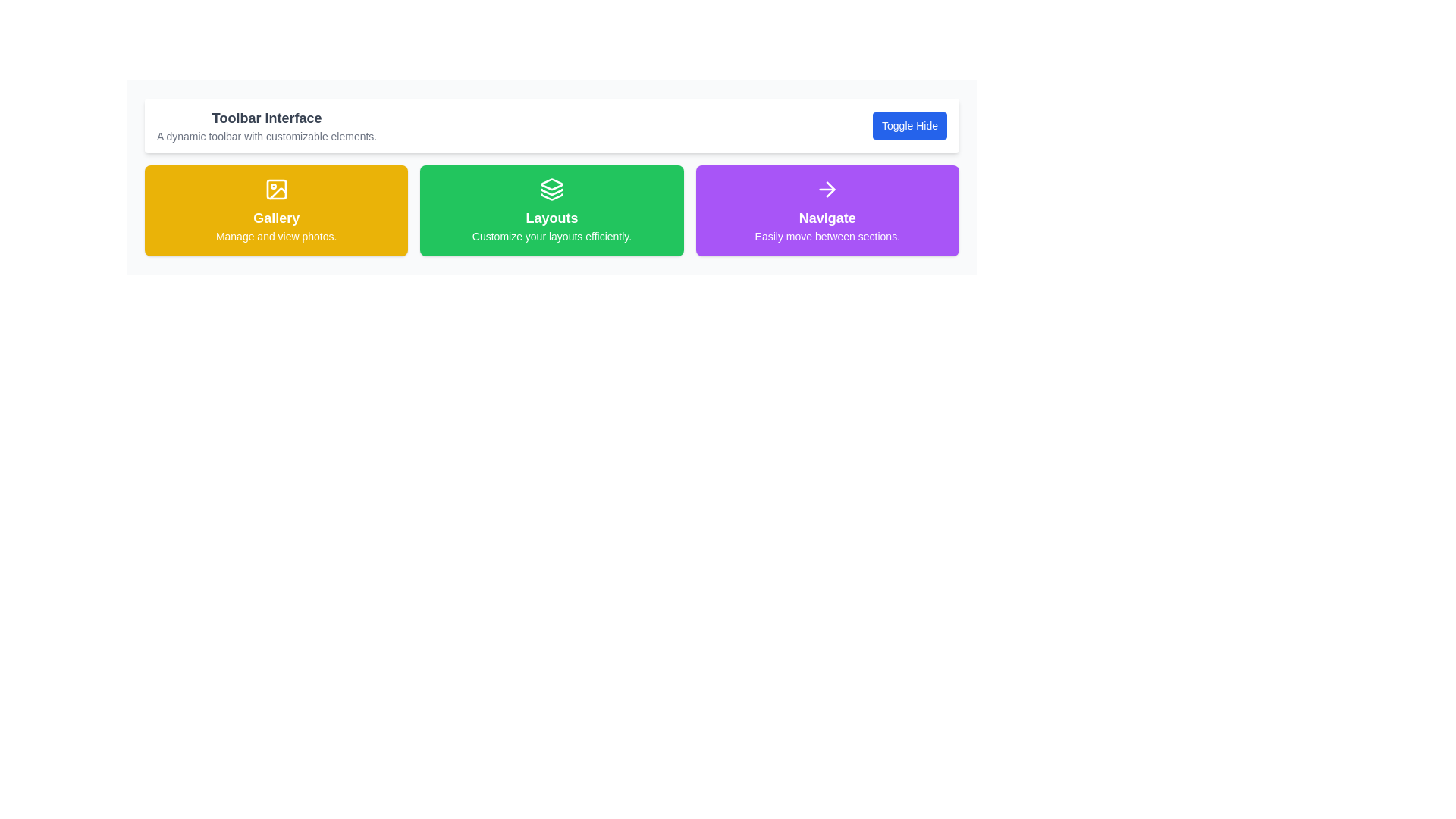 The width and height of the screenshot is (1456, 819). Describe the element at coordinates (276, 189) in the screenshot. I see `the gallery management icon located on the yellow background section labeled 'Gallery', positioned above the text labels 'Gallery' and 'Manage and view photos'` at that location.